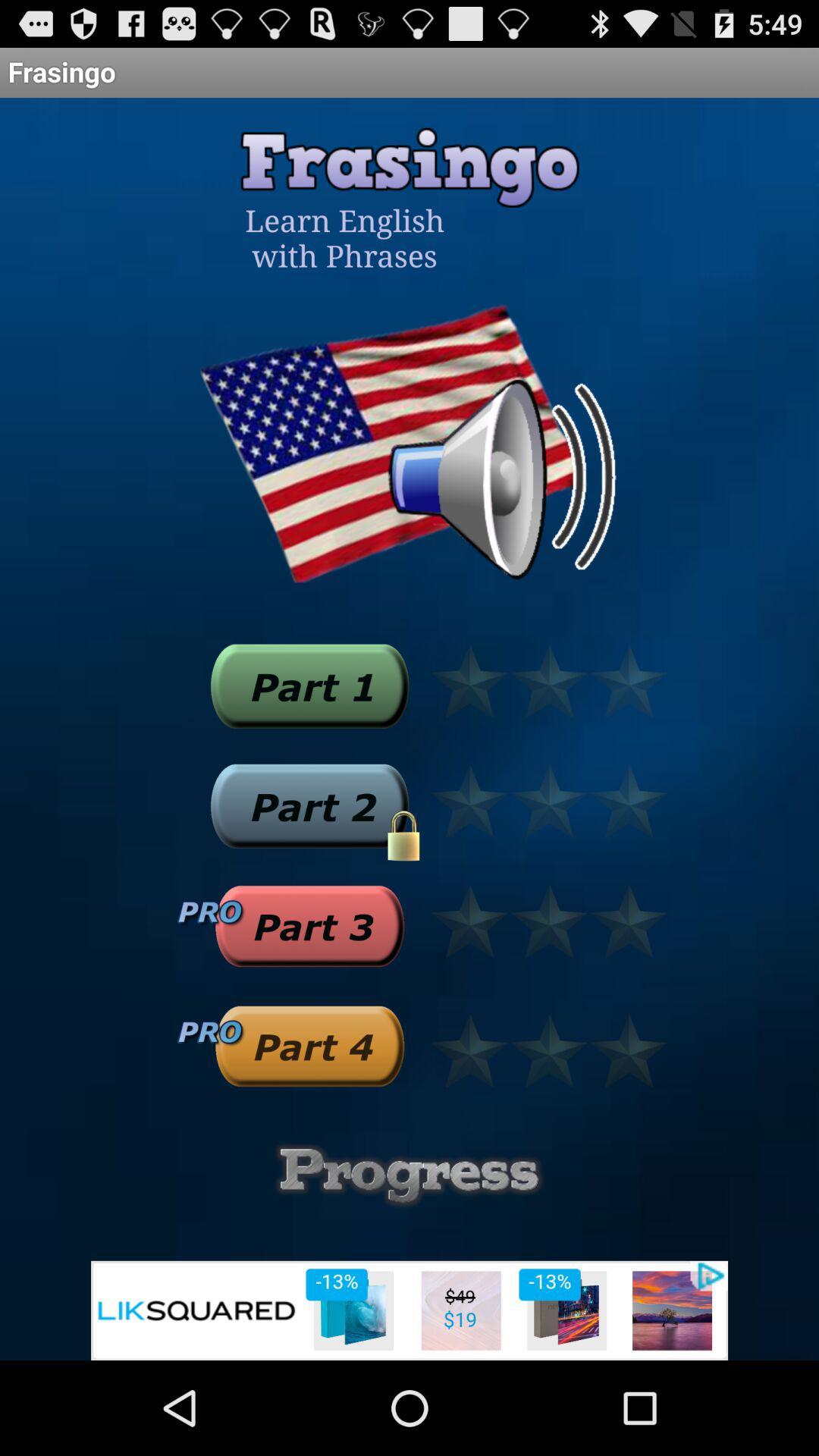 This screenshot has height=1456, width=819. I want to click on the skip_next icon, so click(309, 734).